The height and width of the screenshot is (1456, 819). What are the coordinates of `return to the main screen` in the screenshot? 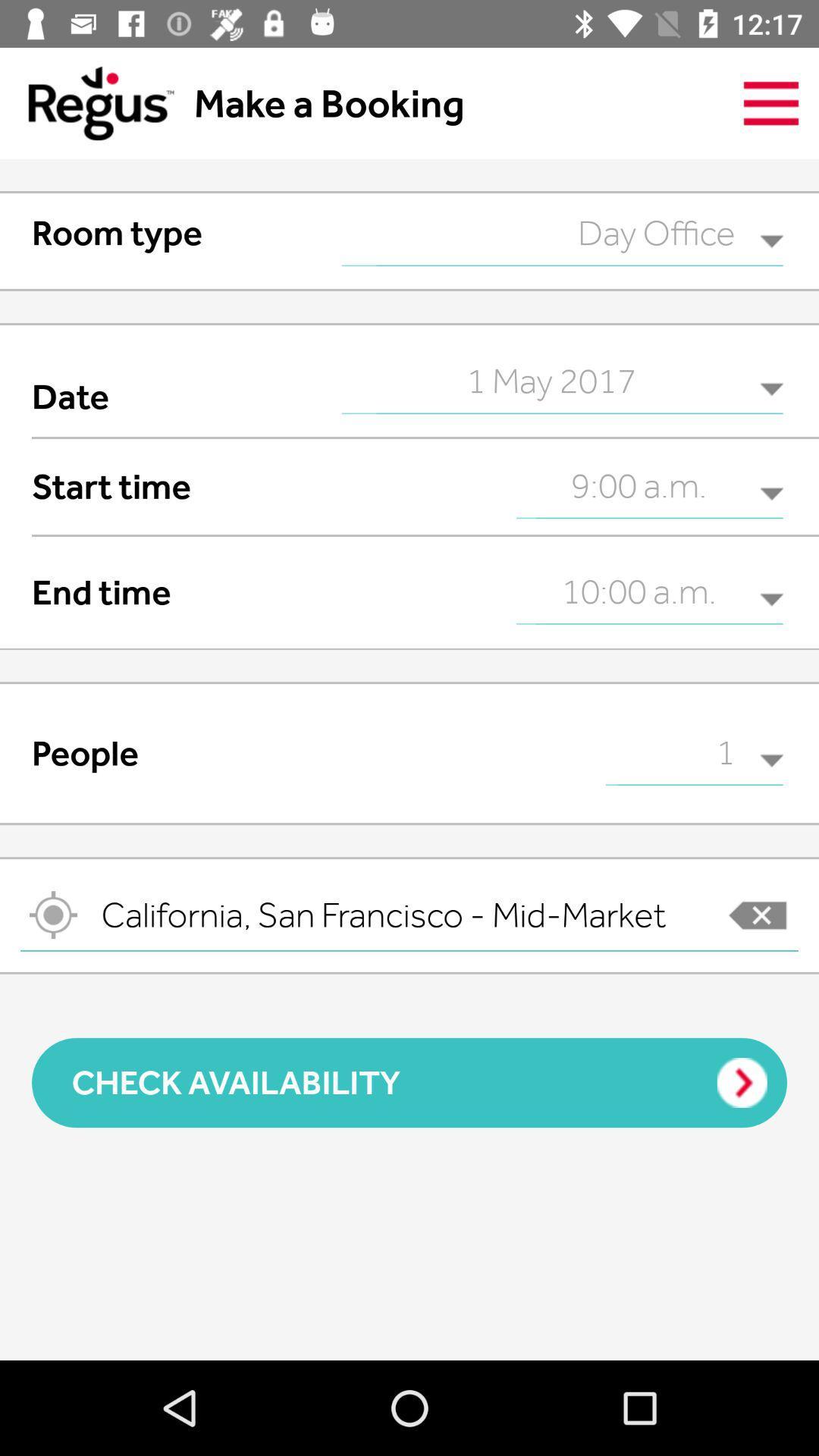 It's located at (86, 102).